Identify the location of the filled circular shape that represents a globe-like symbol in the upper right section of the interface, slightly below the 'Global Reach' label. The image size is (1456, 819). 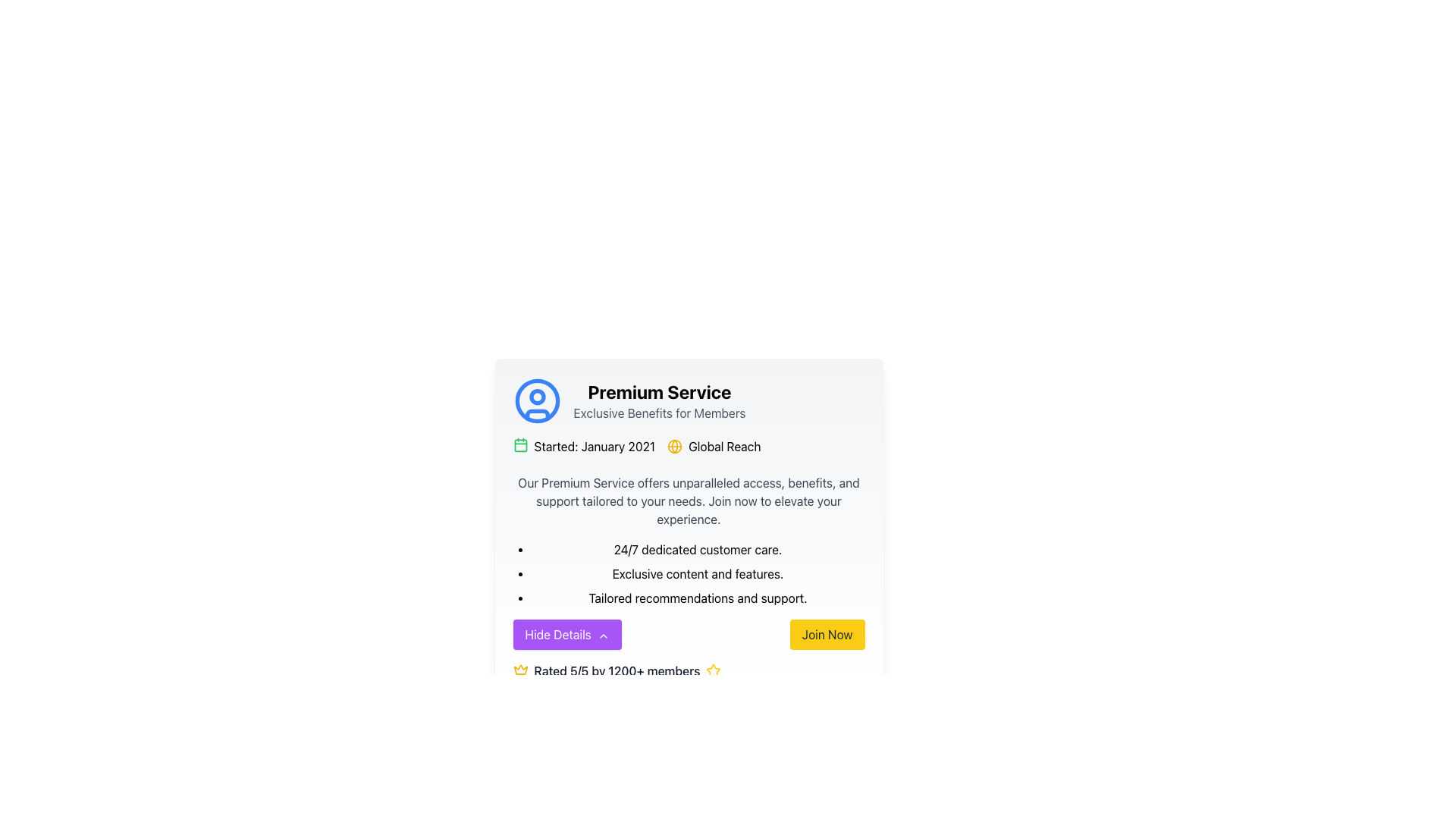
(674, 446).